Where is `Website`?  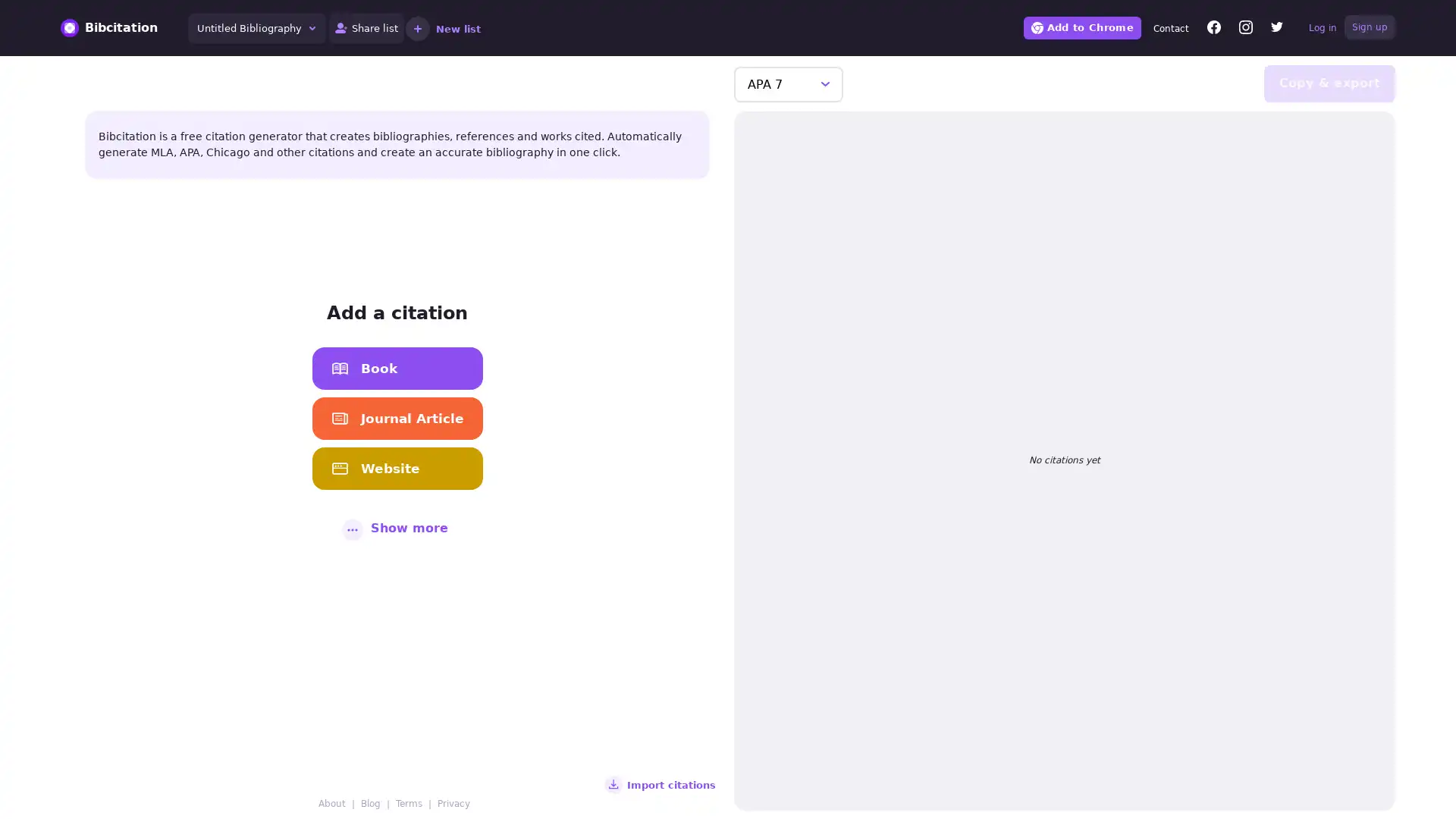
Website is located at coordinates (397, 467).